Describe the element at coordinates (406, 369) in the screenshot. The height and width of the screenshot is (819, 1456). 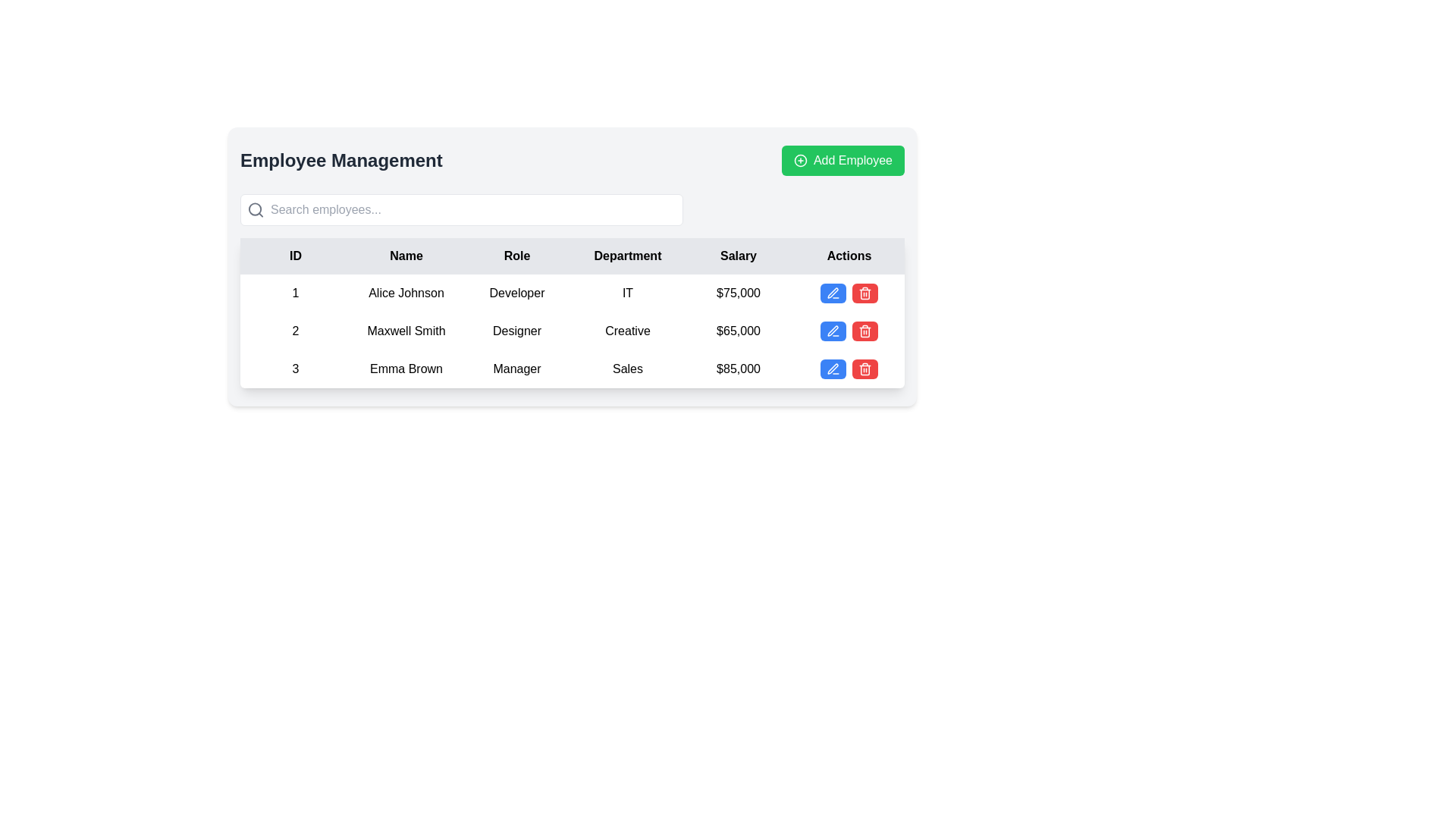
I see `the non-interactive text label displaying the employee's name in the second column of the third row in the table under the header 'Name.'` at that location.